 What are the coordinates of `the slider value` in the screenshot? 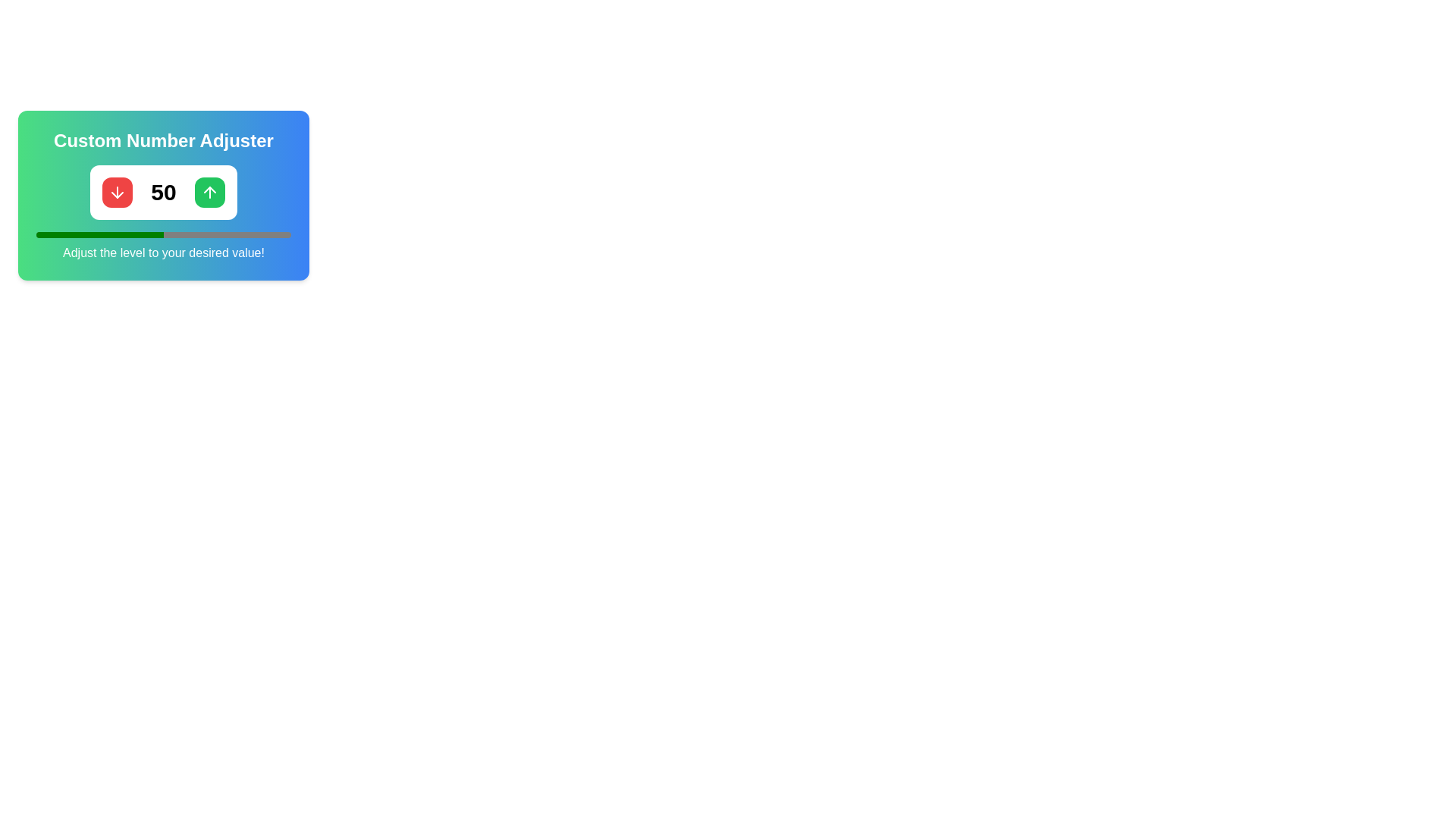 It's located at (263, 234).